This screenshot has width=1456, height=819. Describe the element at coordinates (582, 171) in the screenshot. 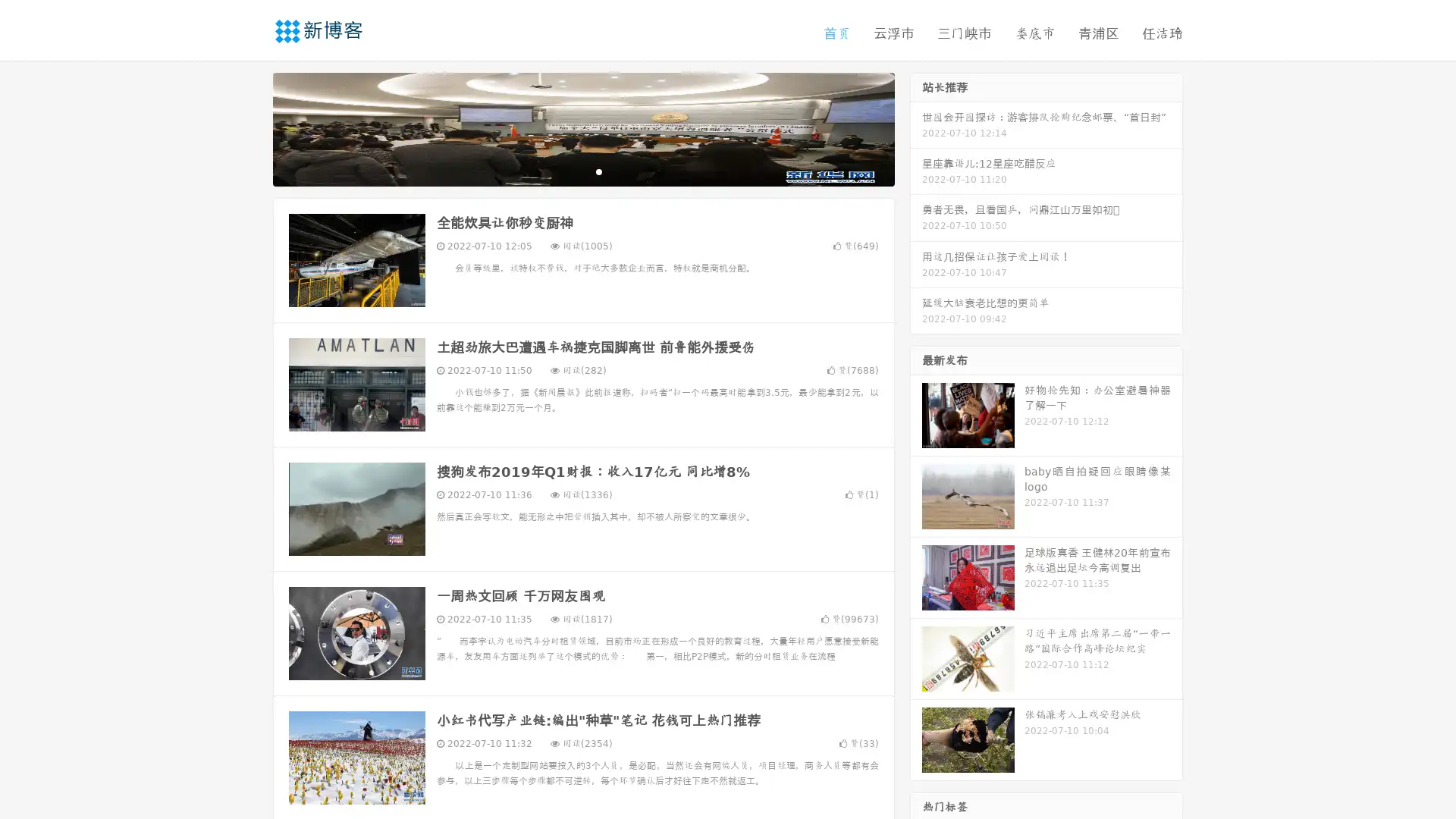

I see `Go to slide 2` at that location.